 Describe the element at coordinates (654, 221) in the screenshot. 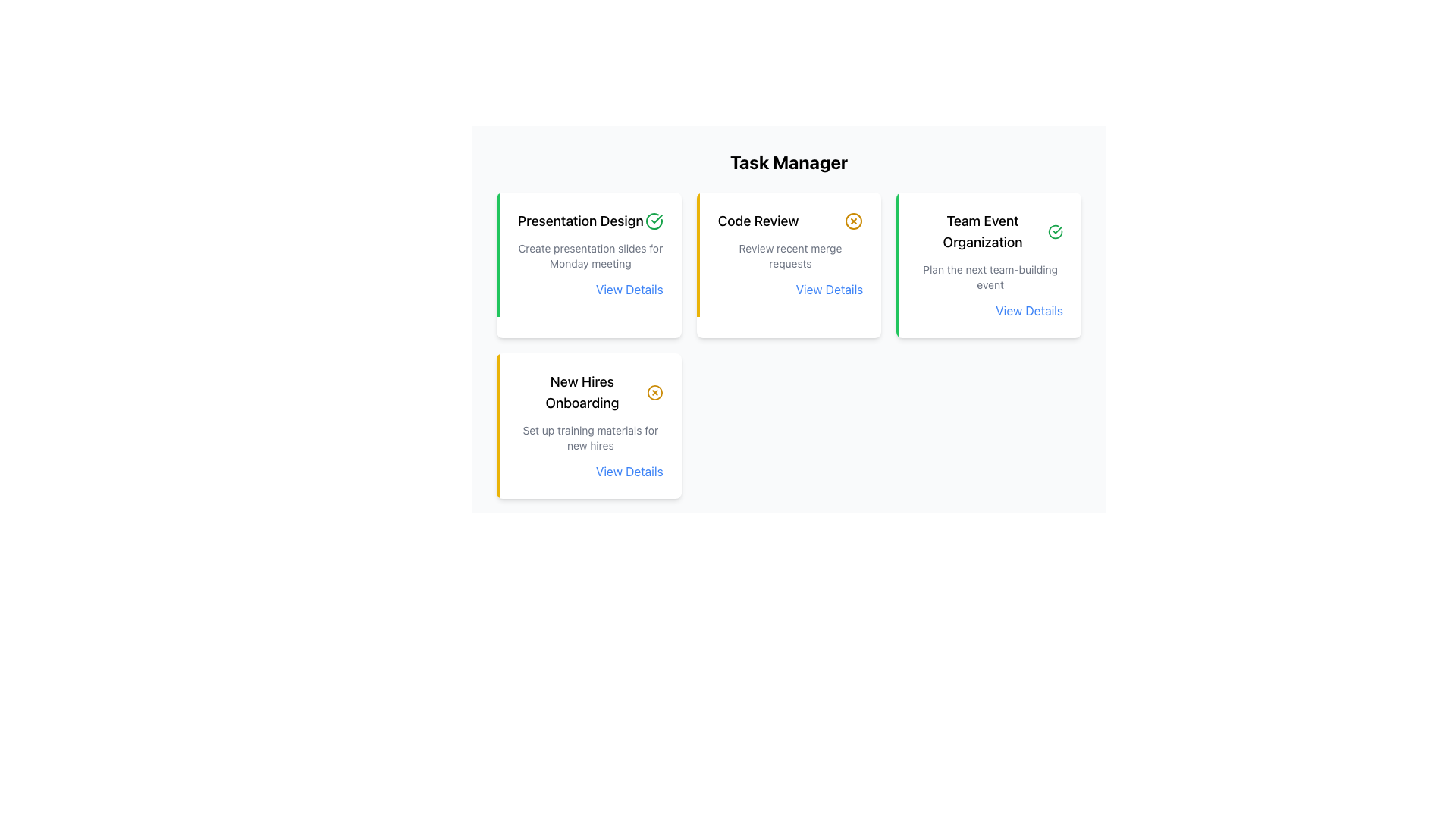

I see `the completion icon for the 'Presentation Design' task in the Task Manager interface, located to the right of the task text` at that location.